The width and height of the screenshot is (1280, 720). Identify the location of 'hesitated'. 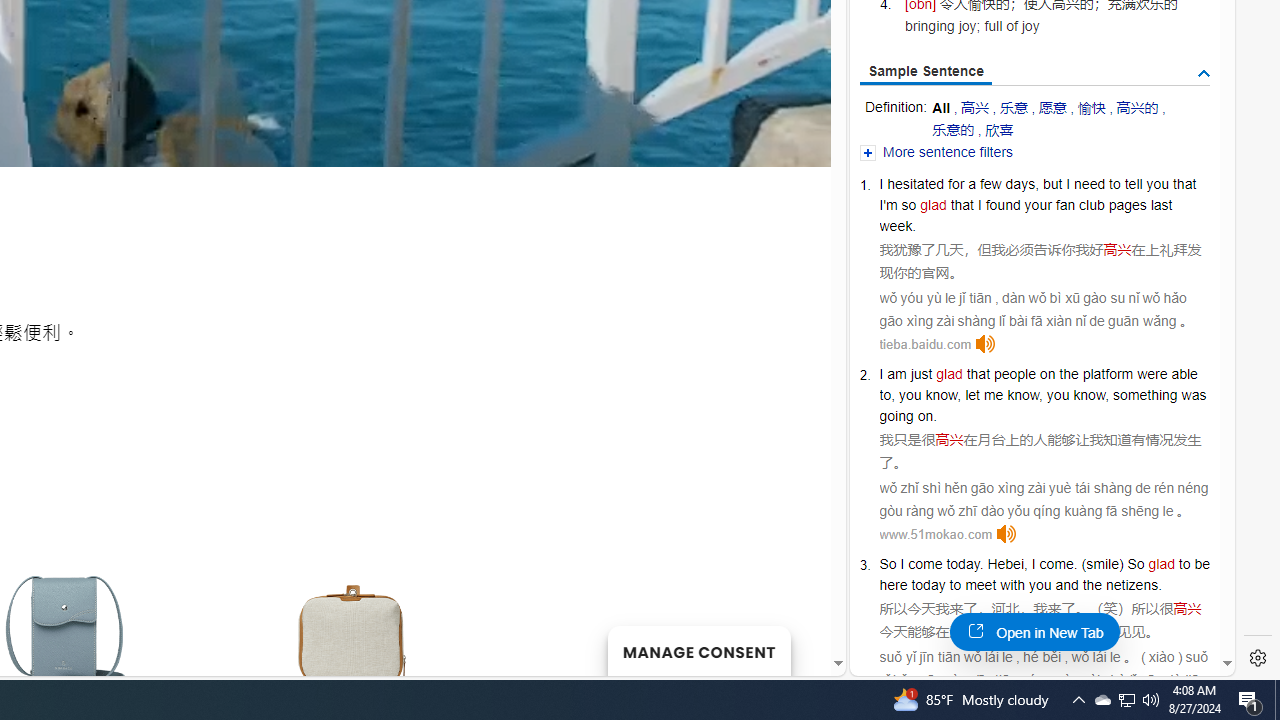
(914, 183).